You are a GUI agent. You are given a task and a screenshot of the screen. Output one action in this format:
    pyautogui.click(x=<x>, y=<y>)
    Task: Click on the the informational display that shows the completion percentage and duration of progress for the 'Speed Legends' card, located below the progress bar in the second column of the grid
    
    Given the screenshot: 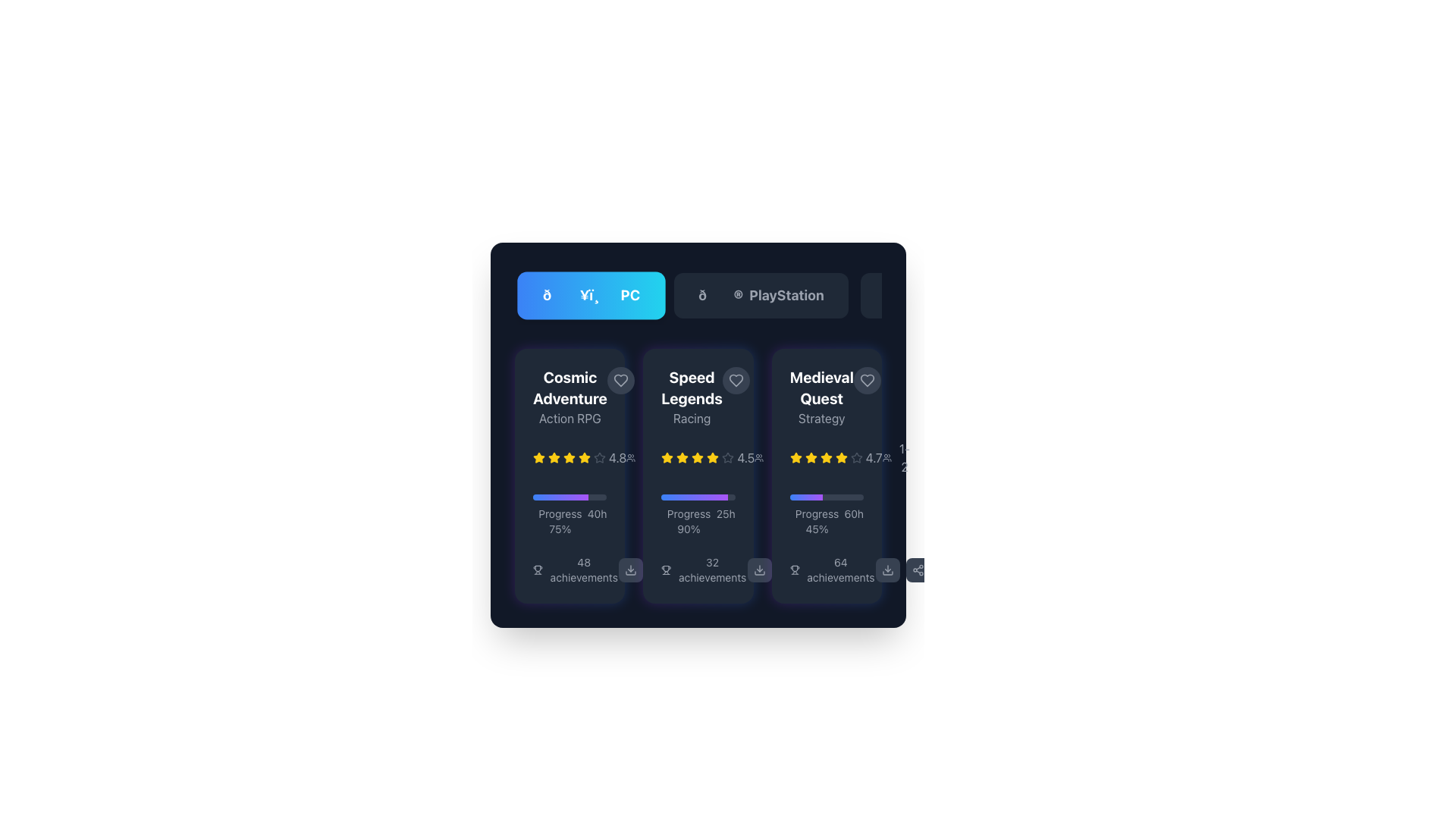 What is the action you would take?
    pyautogui.click(x=698, y=520)
    